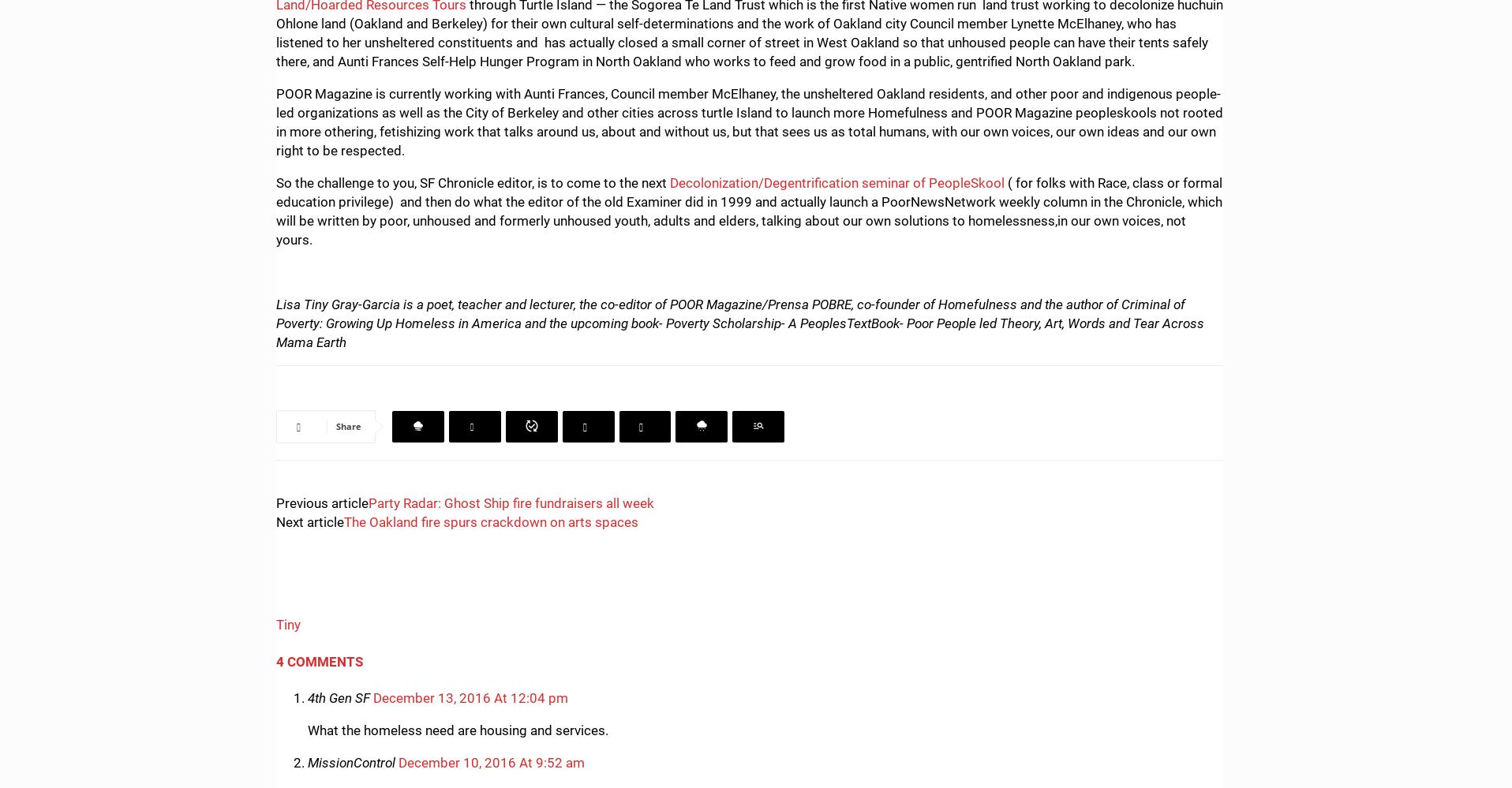  I want to click on 'December 10, 2016                                                At                                                9:52 am', so click(492, 762).